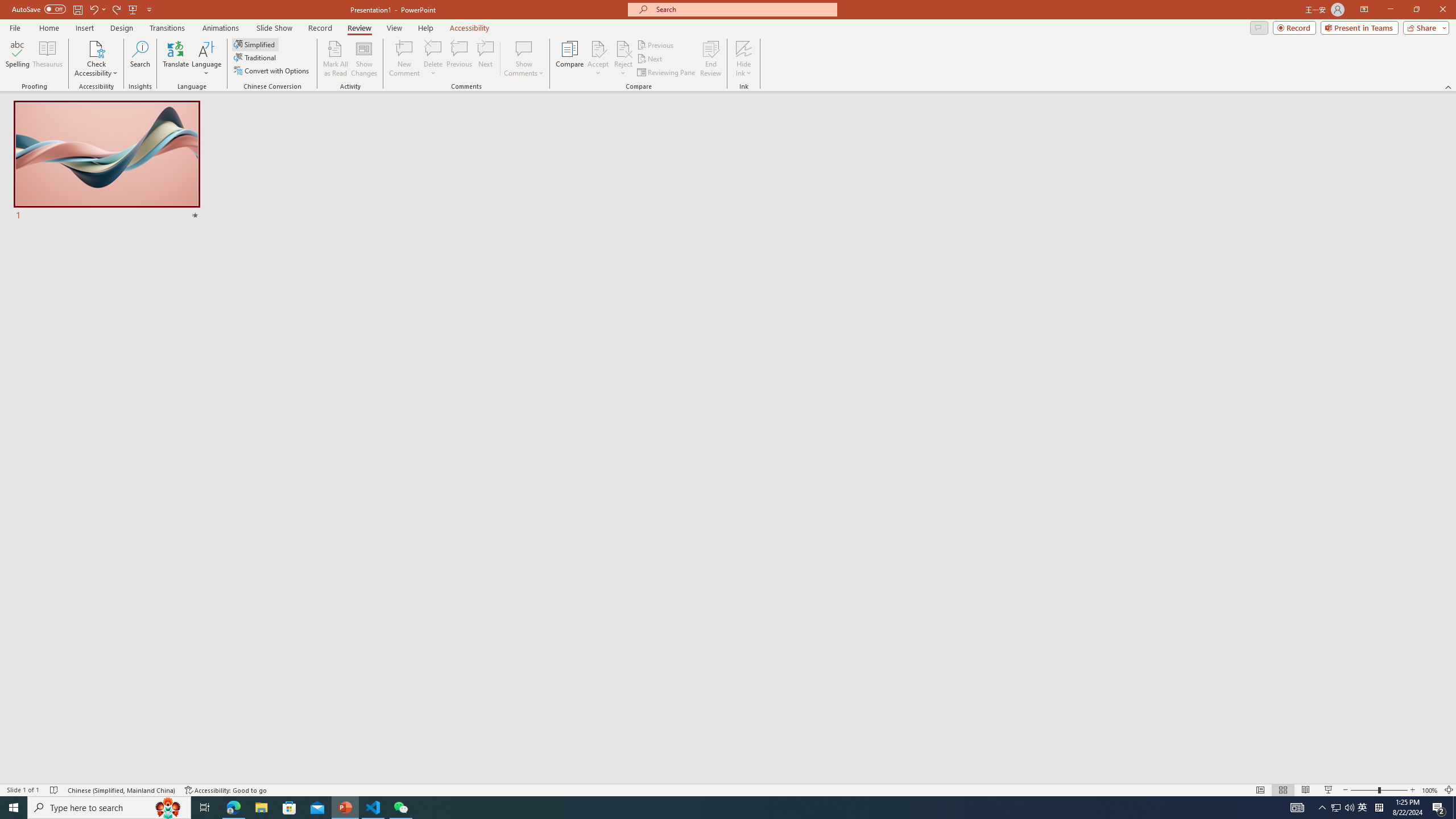 Image resolution: width=1456 pixels, height=819 pixels. Describe the element at coordinates (1449, 790) in the screenshot. I see `'Zoom to Fit '` at that location.